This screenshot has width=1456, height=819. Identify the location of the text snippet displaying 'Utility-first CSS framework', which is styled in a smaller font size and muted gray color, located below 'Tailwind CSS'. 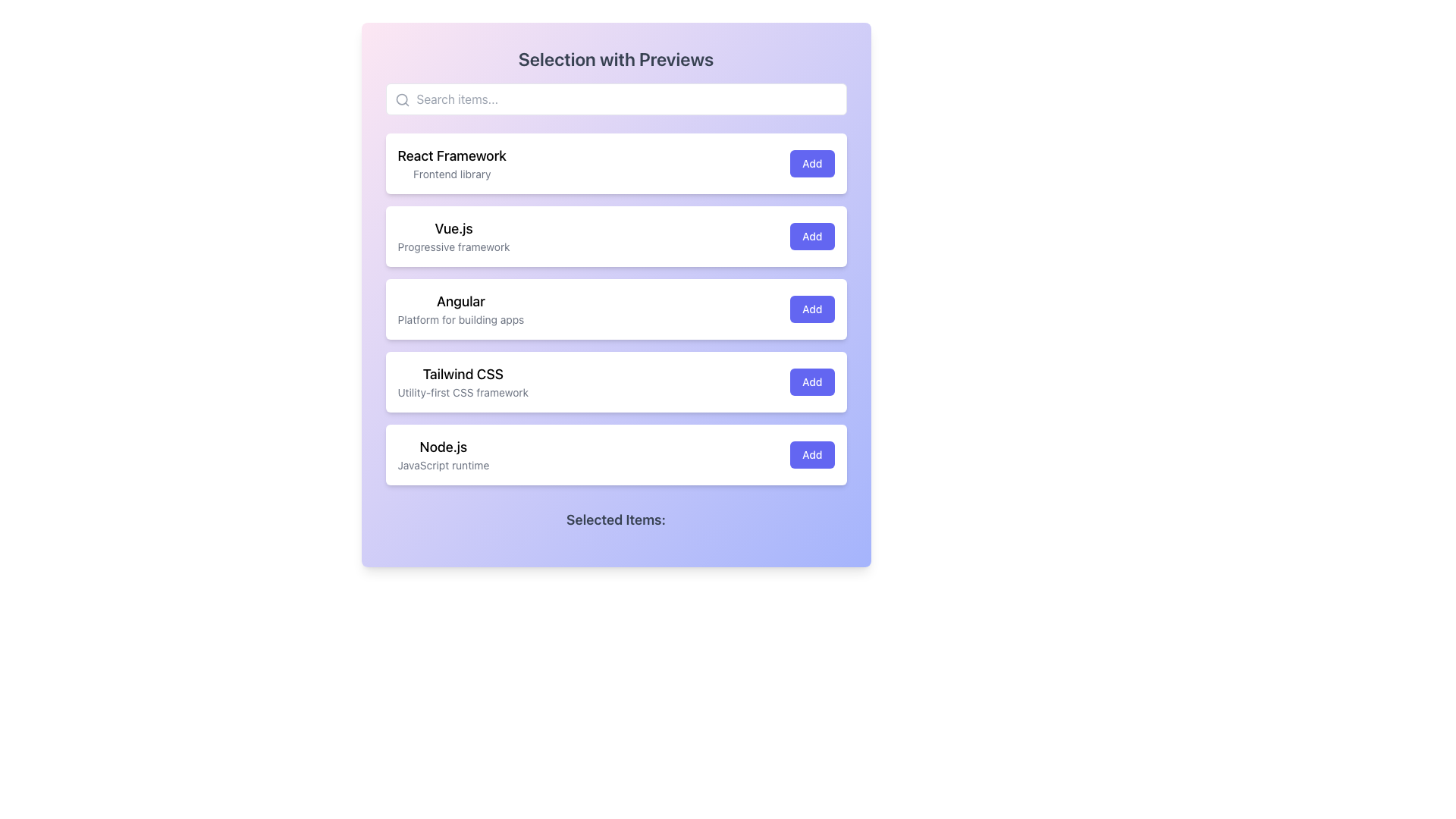
(462, 391).